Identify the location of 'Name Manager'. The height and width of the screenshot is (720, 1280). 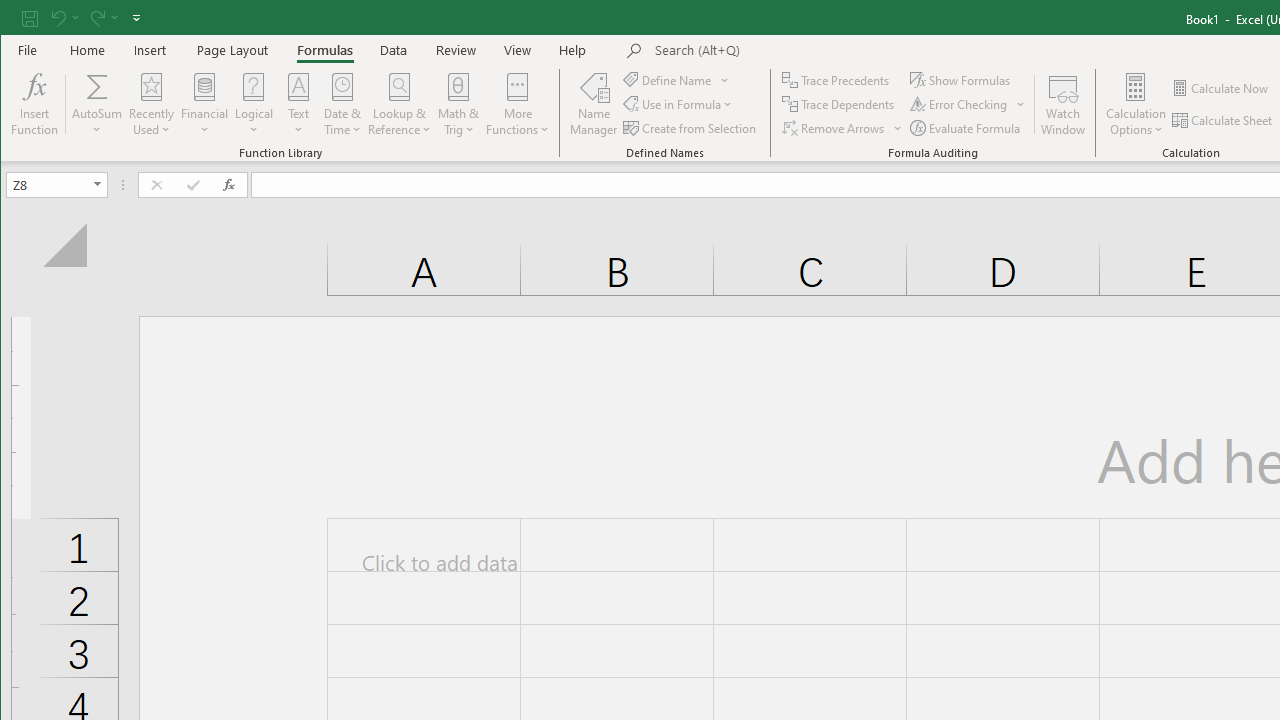
(592, 104).